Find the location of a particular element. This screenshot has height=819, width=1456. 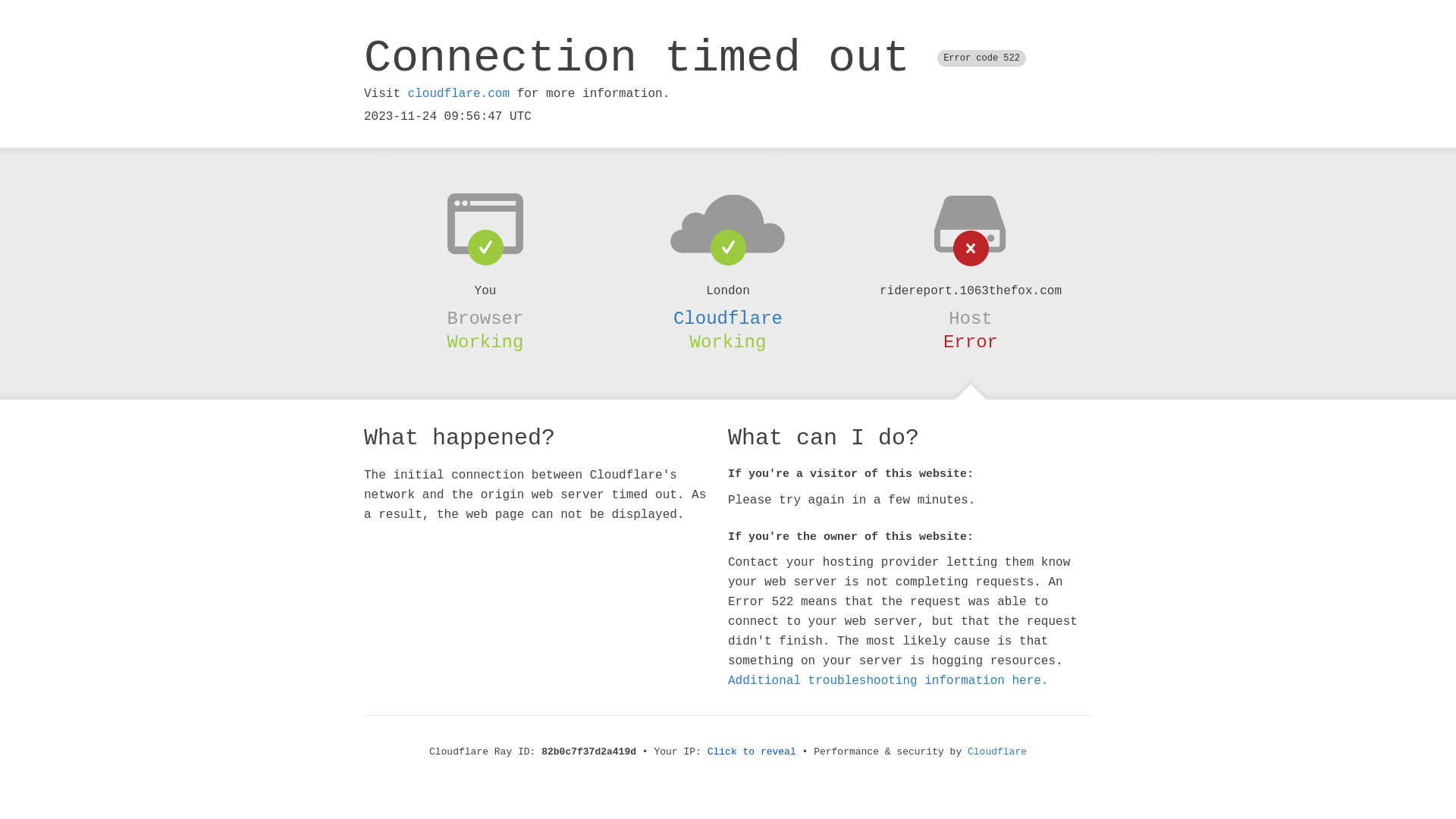

'Additional troubleshooting information here.' is located at coordinates (888, 680).